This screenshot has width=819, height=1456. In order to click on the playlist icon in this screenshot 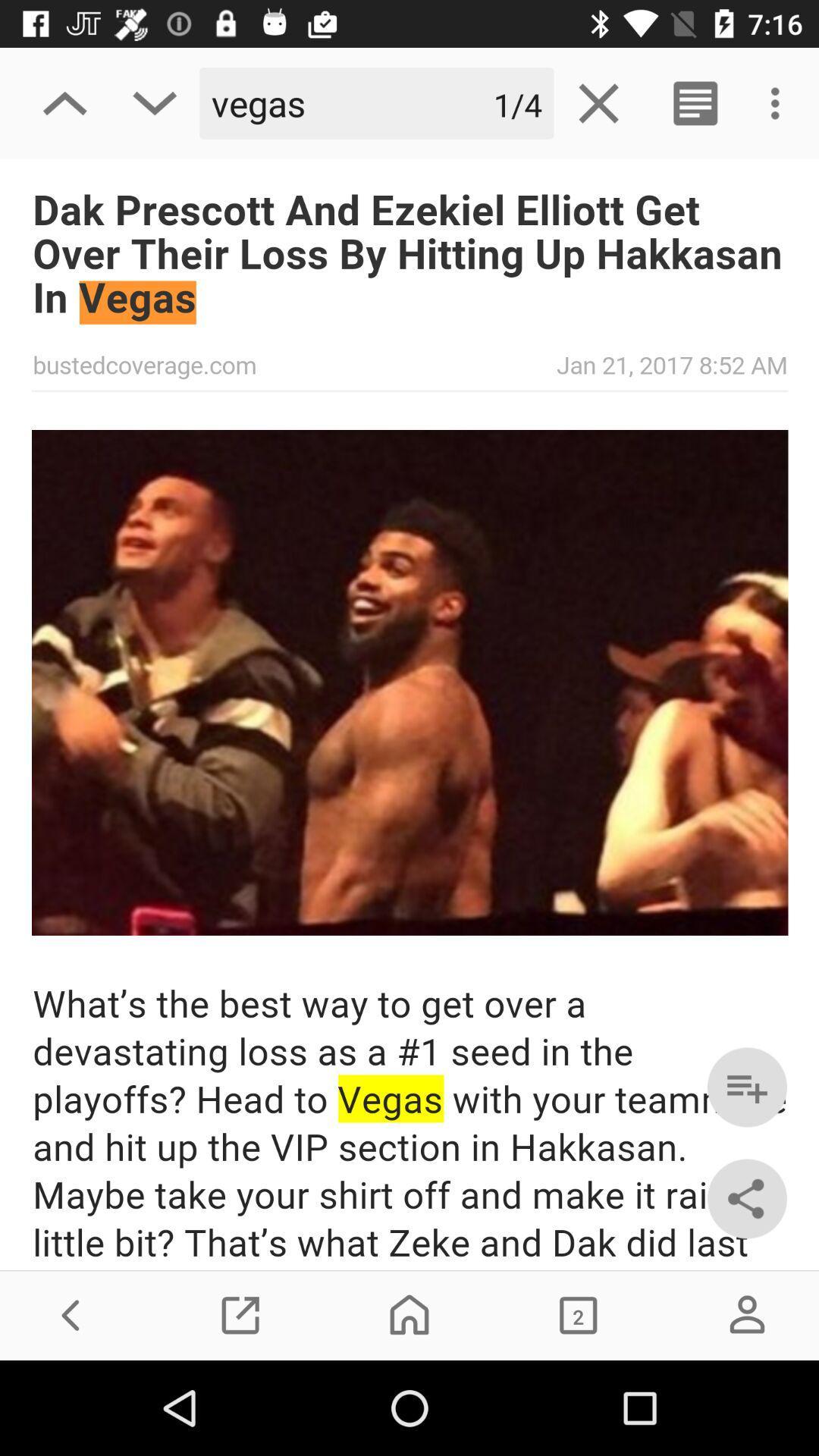, I will do `click(746, 1087)`.